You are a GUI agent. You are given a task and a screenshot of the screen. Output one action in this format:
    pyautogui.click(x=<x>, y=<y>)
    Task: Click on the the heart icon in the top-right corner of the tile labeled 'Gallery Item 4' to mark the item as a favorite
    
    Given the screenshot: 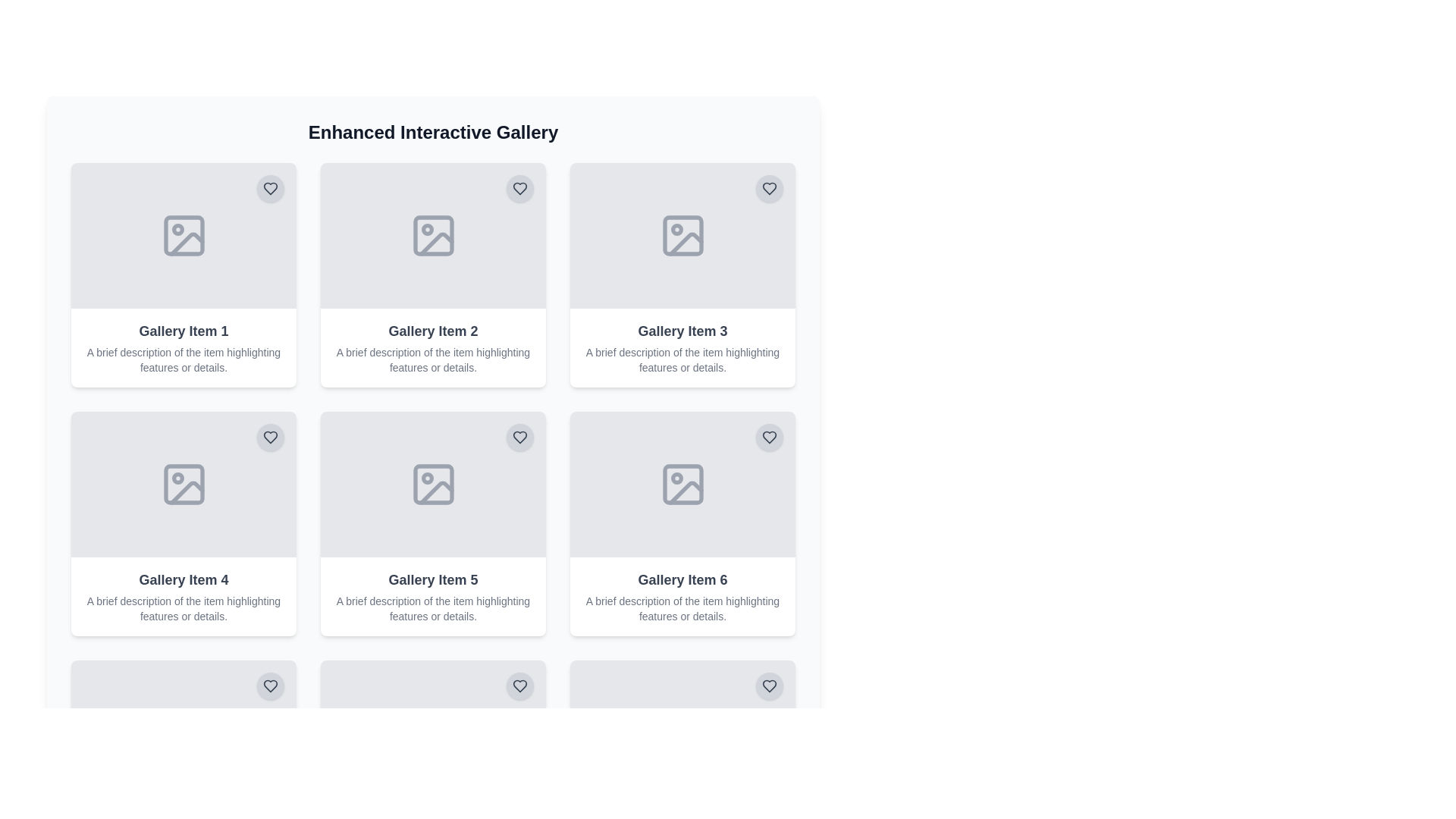 What is the action you would take?
    pyautogui.click(x=270, y=438)
    